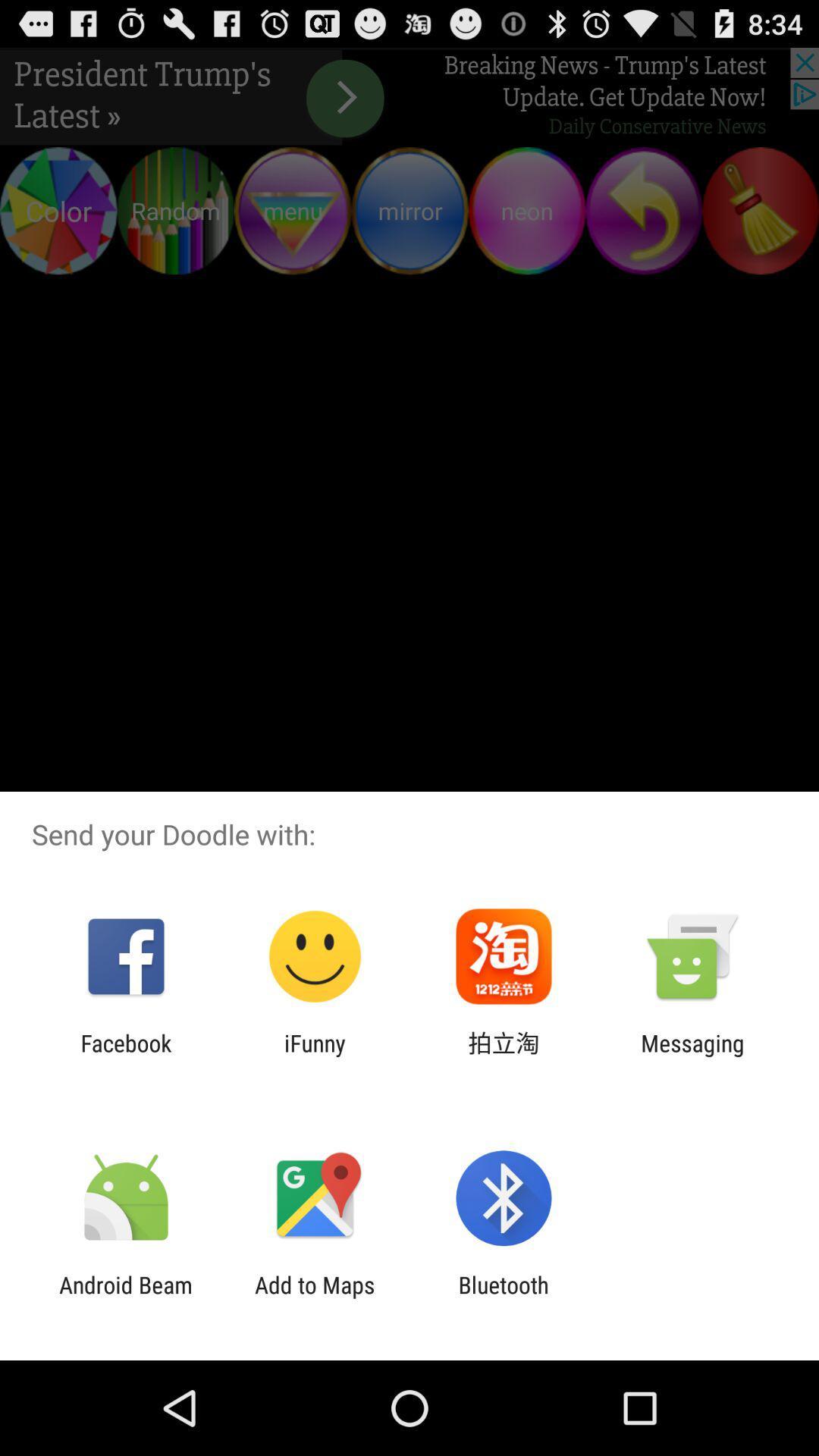 The width and height of the screenshot is (819, 1456). Describe the element at coordinates (314, 1056) in the screenshot. I see `ifunny icon` at that location.